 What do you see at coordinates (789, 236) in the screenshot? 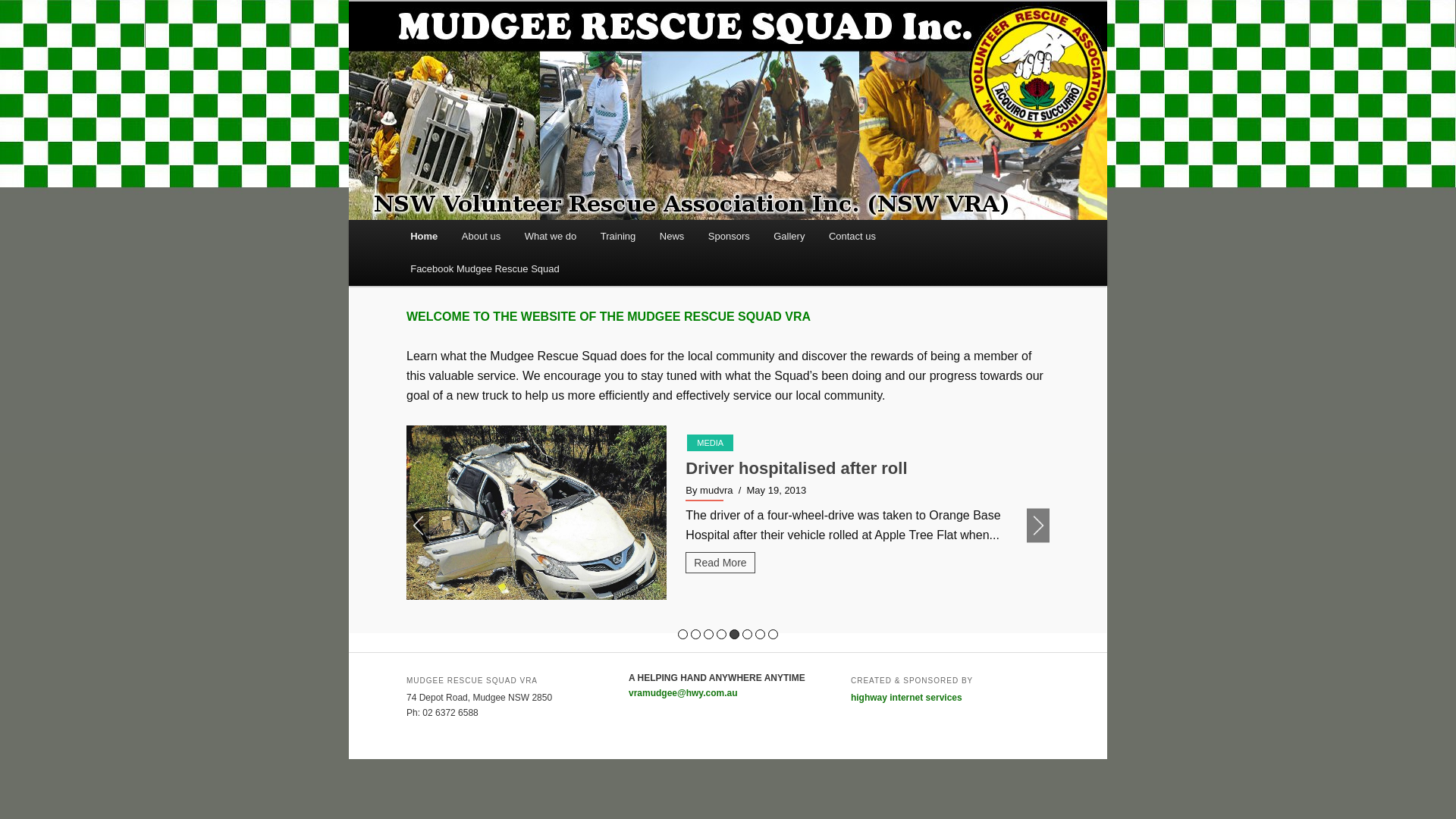
I see `'Gallery'` at bounding box center [789, 236].